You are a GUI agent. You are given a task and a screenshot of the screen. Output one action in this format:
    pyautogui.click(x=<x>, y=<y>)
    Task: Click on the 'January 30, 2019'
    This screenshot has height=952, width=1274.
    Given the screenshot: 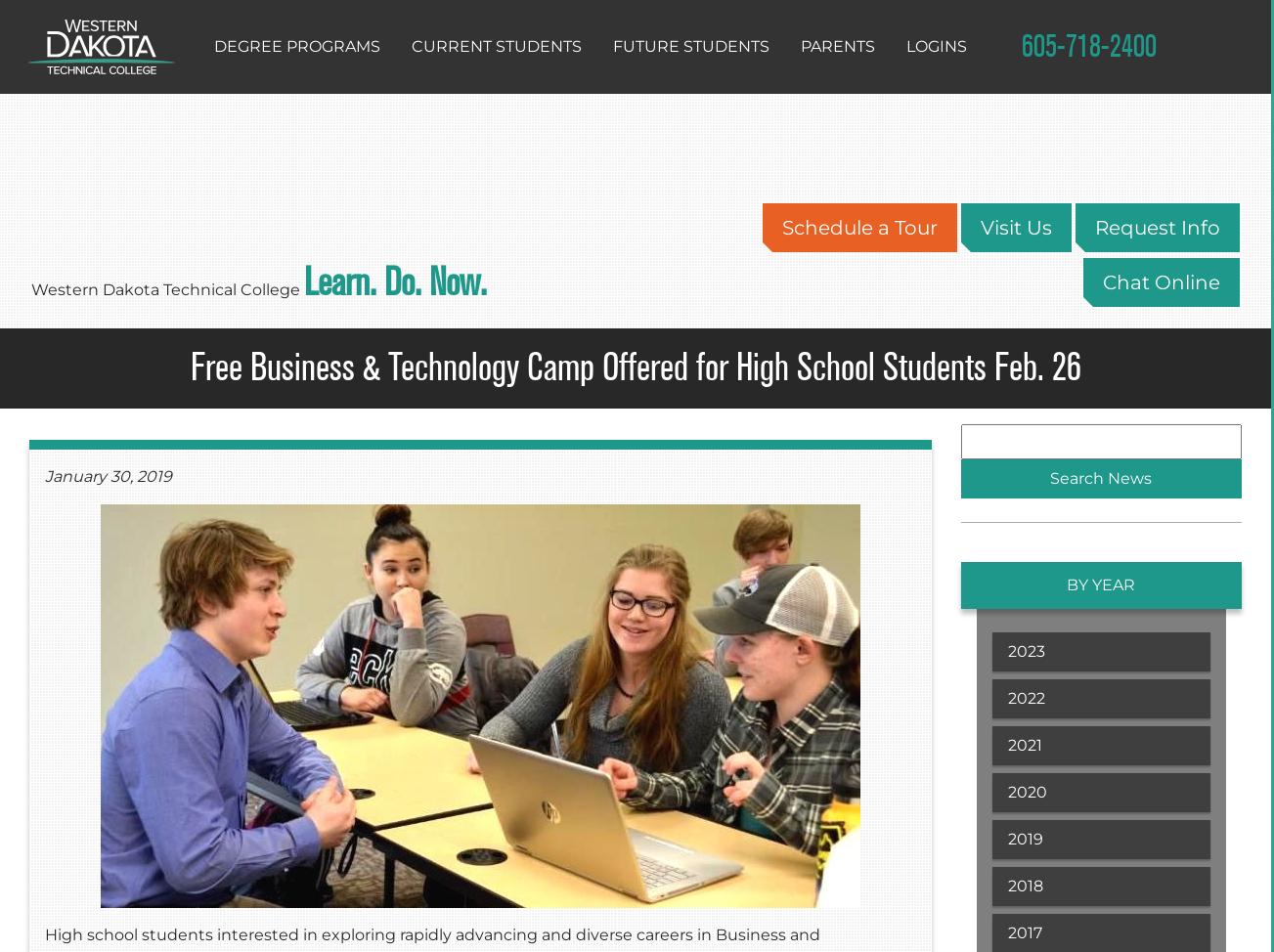 What is the action you would take?
    pyautogui.click(x=109, y=476)
    